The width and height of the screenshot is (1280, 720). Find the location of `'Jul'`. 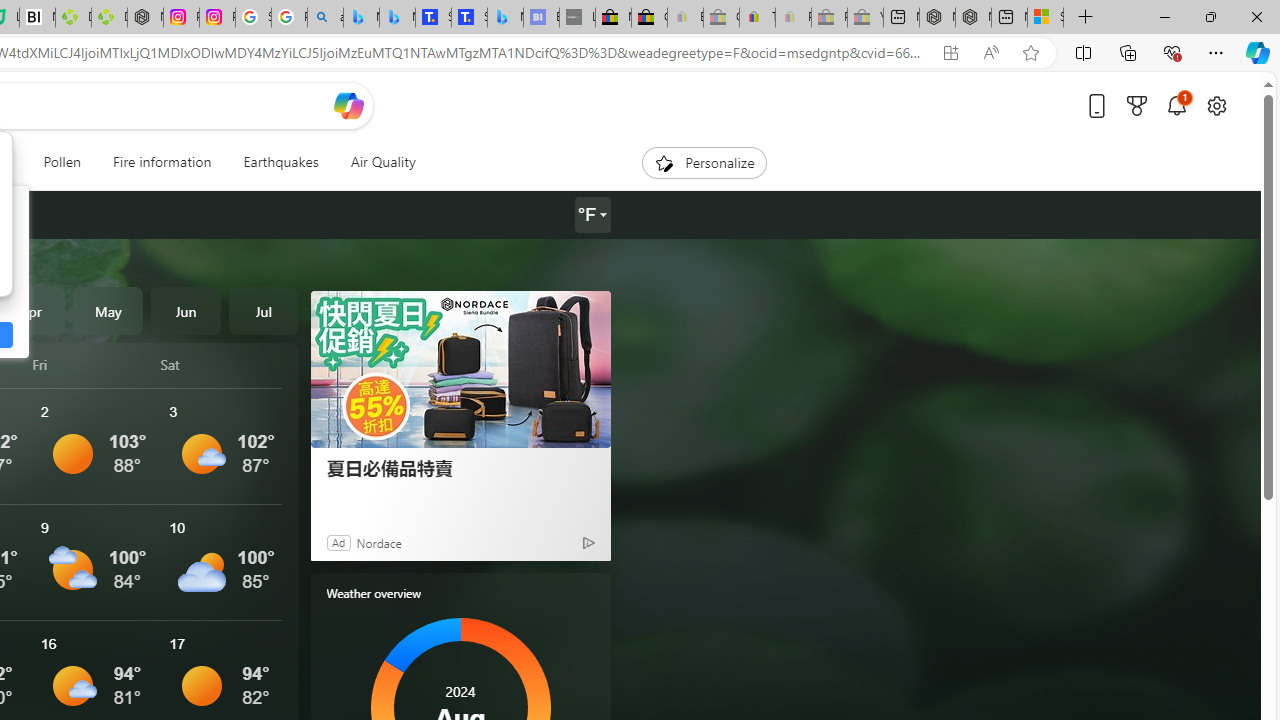

'Jul' is located at coordinates (262, 311).